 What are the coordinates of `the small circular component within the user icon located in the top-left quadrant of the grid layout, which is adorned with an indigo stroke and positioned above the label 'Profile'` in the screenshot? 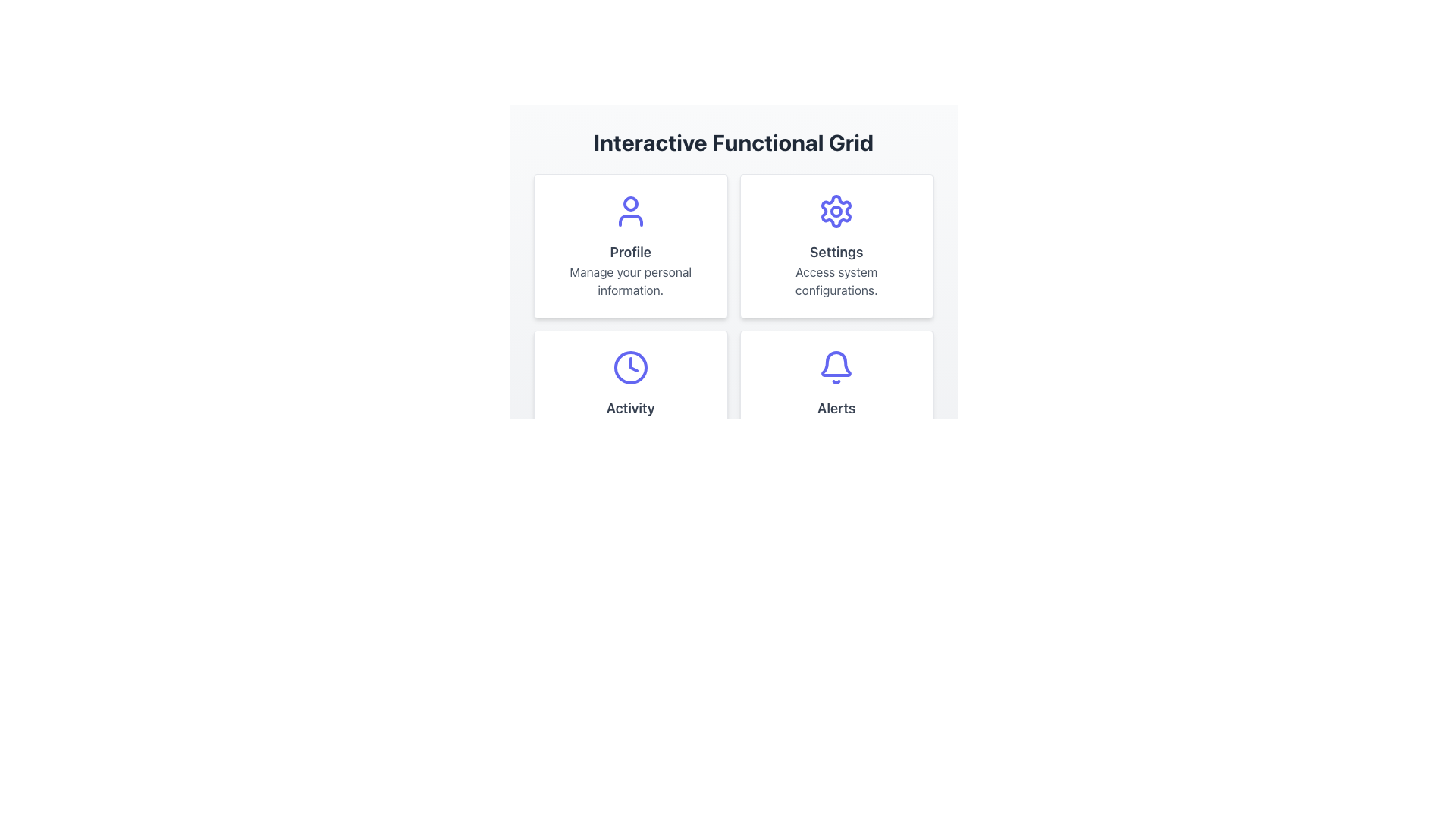 It's located at (630, 203).